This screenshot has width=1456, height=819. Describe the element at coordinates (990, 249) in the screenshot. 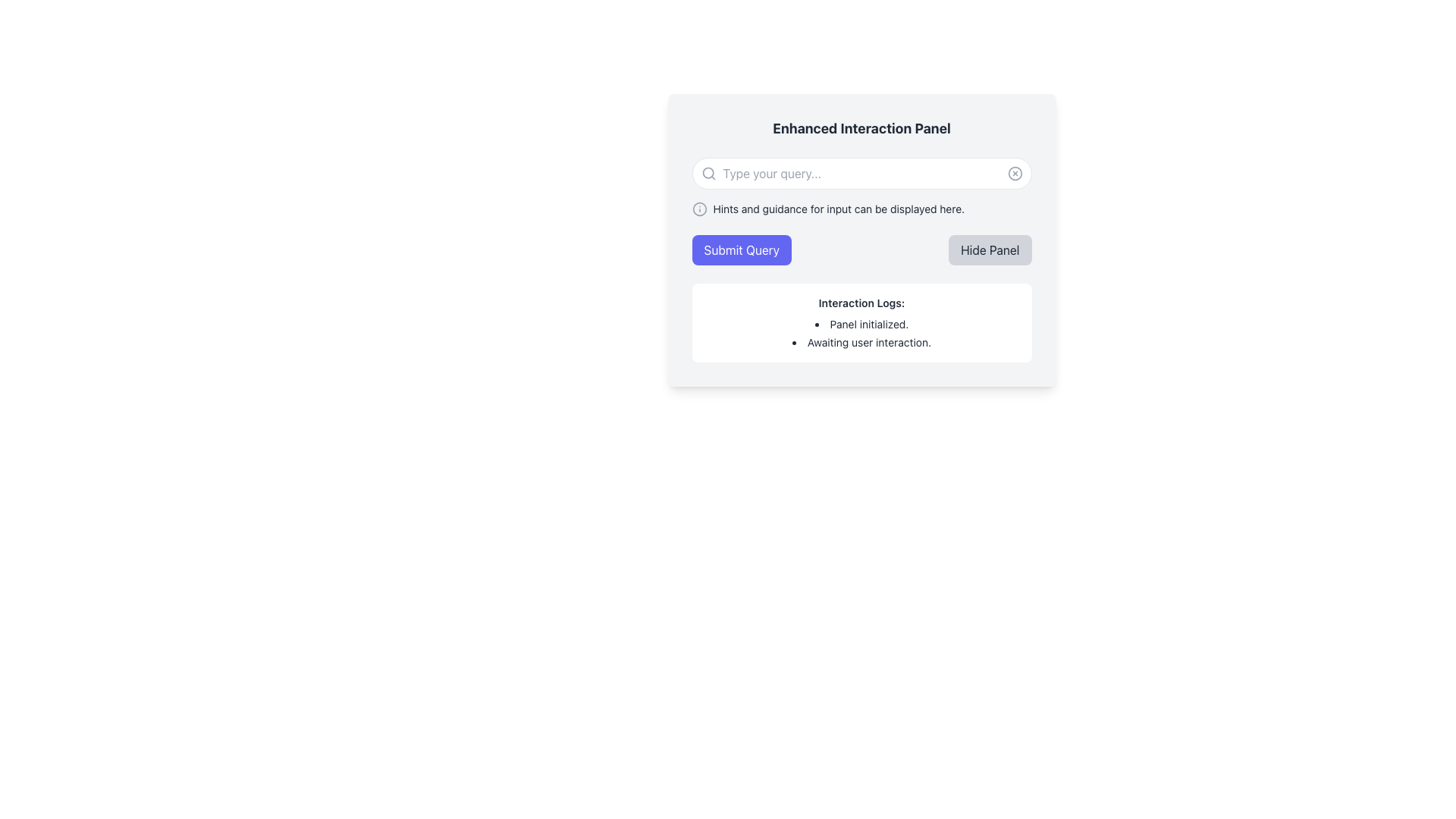

I see `the rightmost button in the top section of the interface to hide the currently displayed panel` at that location.